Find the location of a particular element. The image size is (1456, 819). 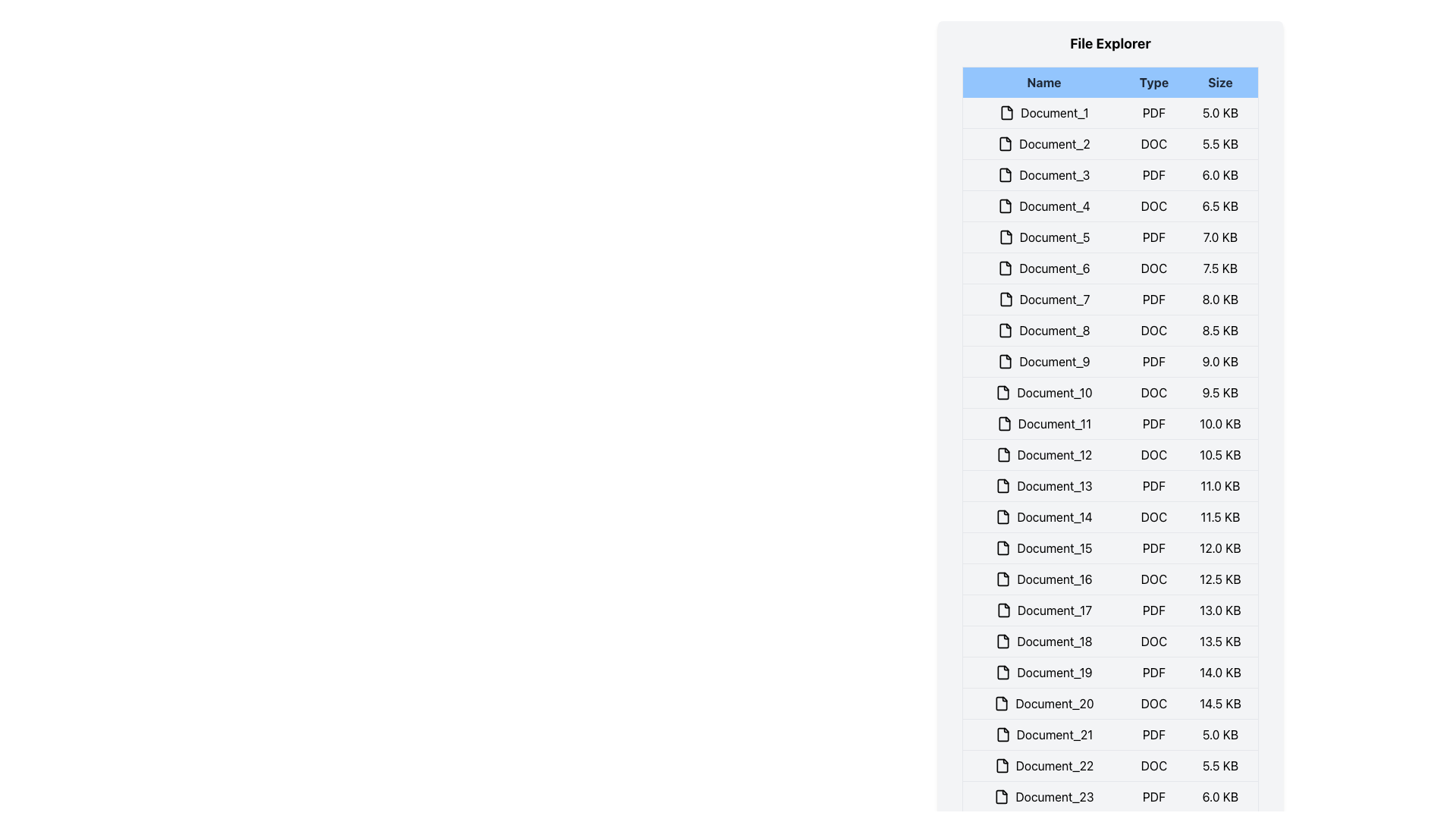

the 'PDF' type indicator text label for the file 'Document_15' to select the text is located at coordinates (1153, 548).